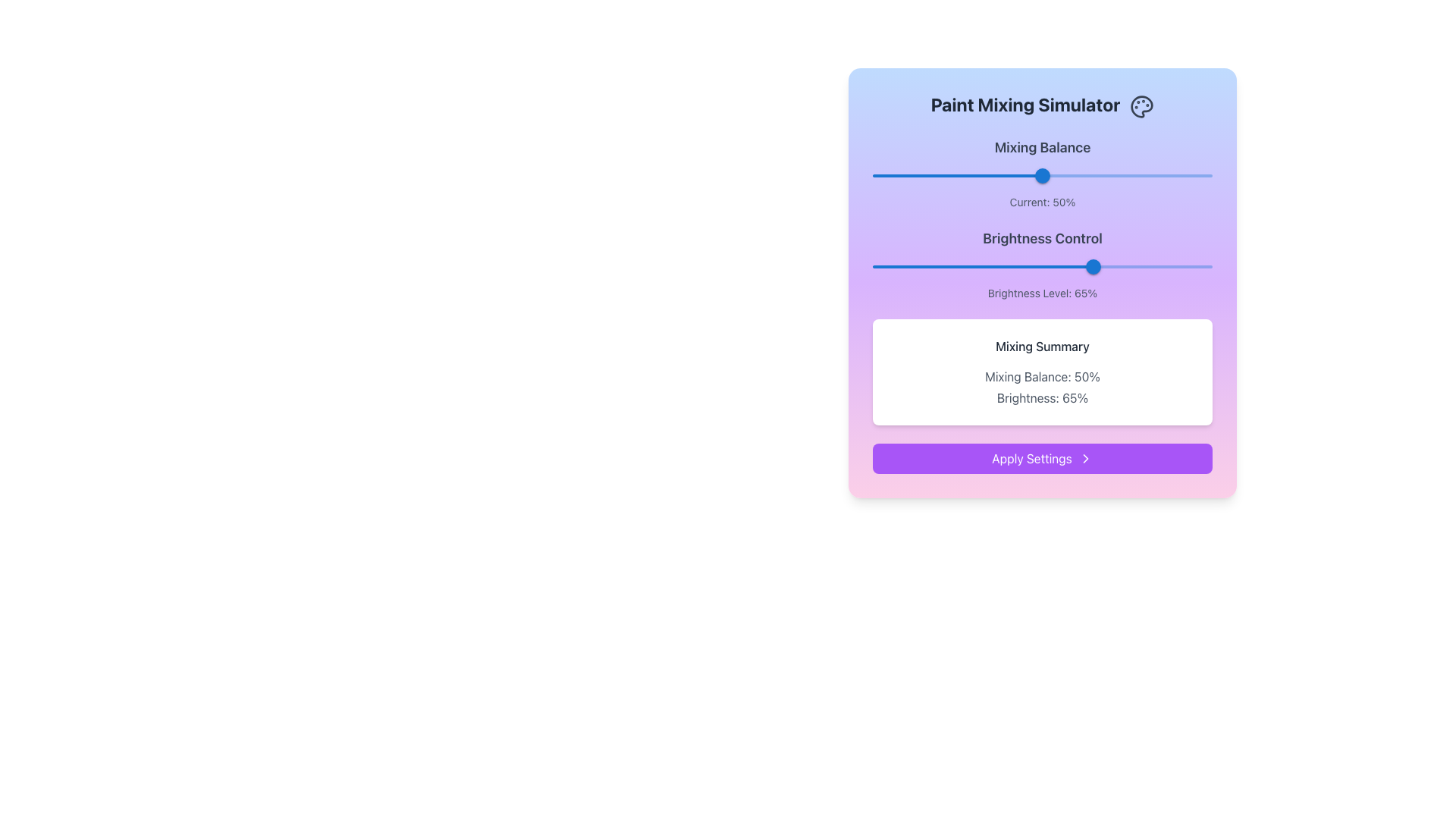 Image resolution: width=1456 pixels, height=819 pixels. Describe the element at coordinates (1055, 265) in the screenshot. I see `the Brightness Control slider` at that location.